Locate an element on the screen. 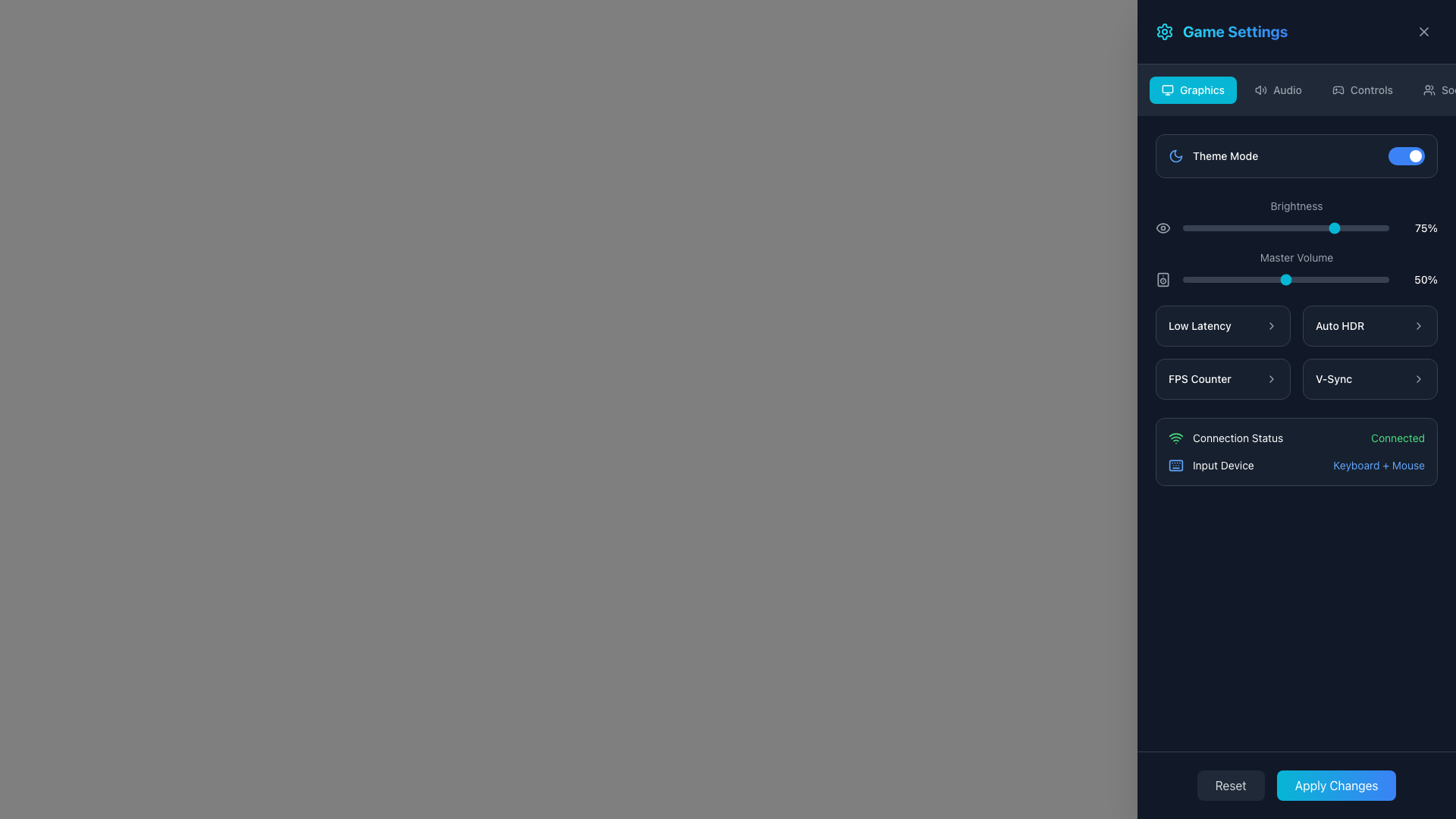 The width and height of the screenshot is (1456, 819). the close button with an 'X' icon located in the top-right corner of the settings interface is located at coordinates (1423, 32).